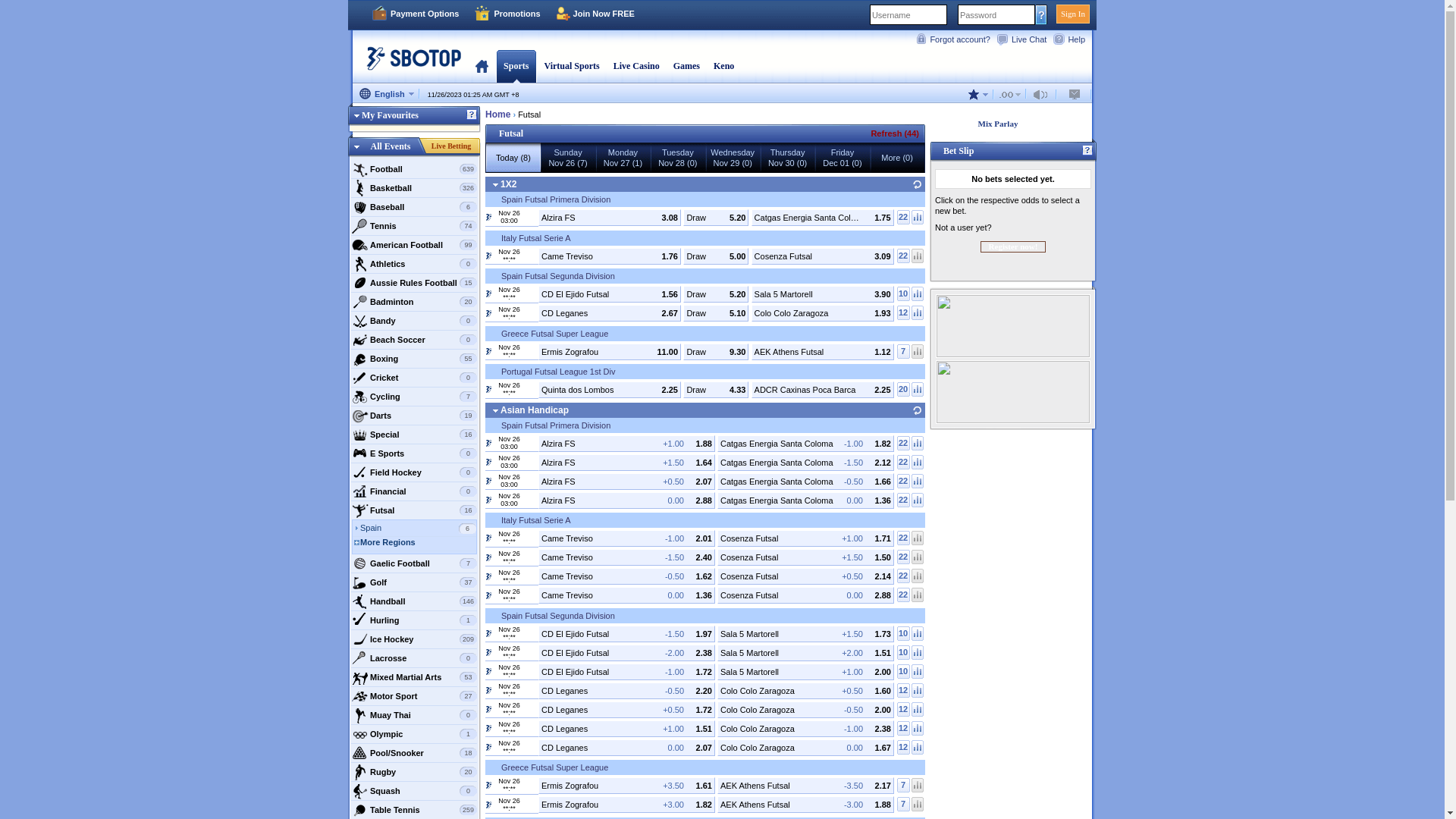  Describe the element at coordinates (409, 63) in the screenshot. I see `'SBOTOP Sports | Online Sports Live Betting - Join Now!'` at that location.